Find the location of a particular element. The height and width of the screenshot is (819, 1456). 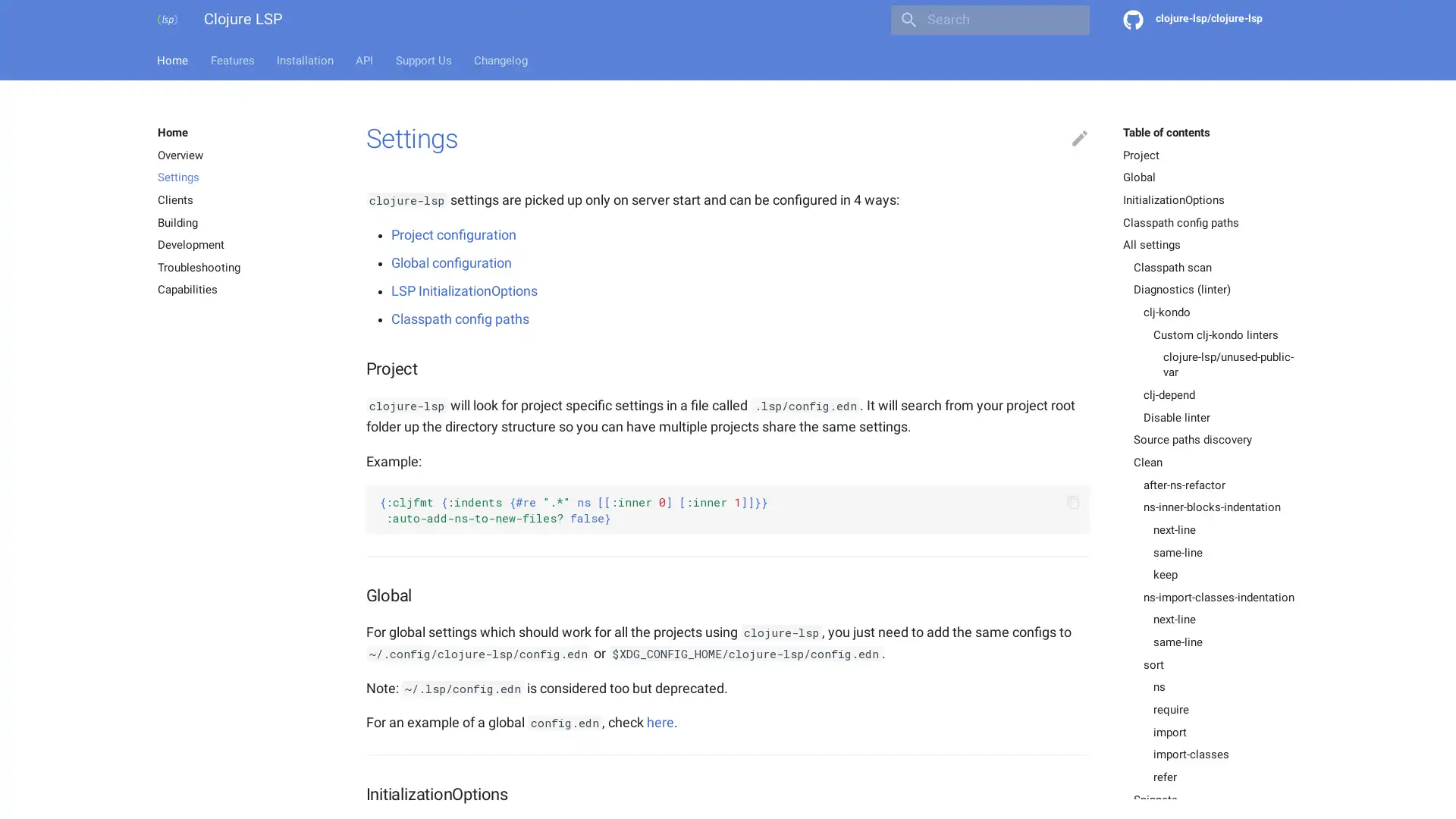

Clear is located at coordinates (1070, 20).